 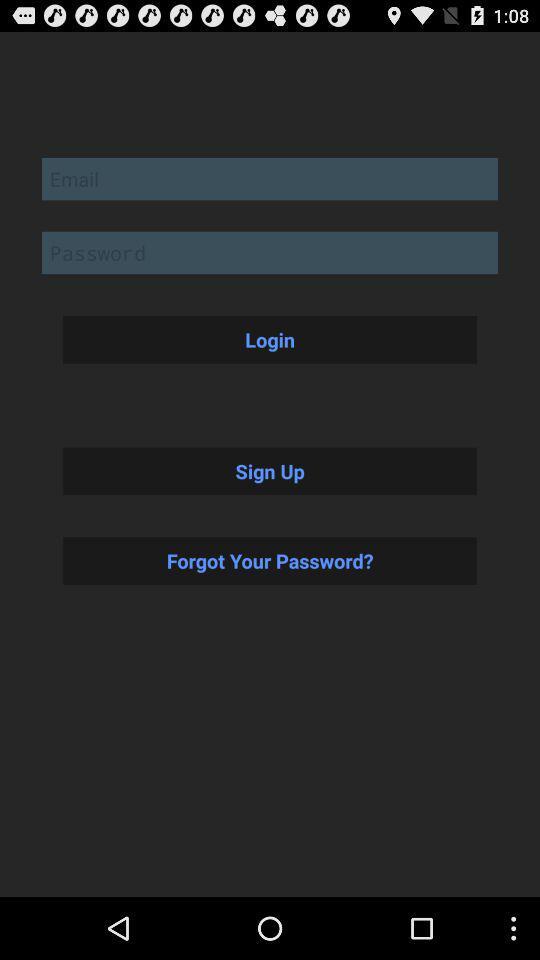 What do you see at coordinates (270, 339) in the screenshot?
I see `the login item` at bounding box center [270, 339].